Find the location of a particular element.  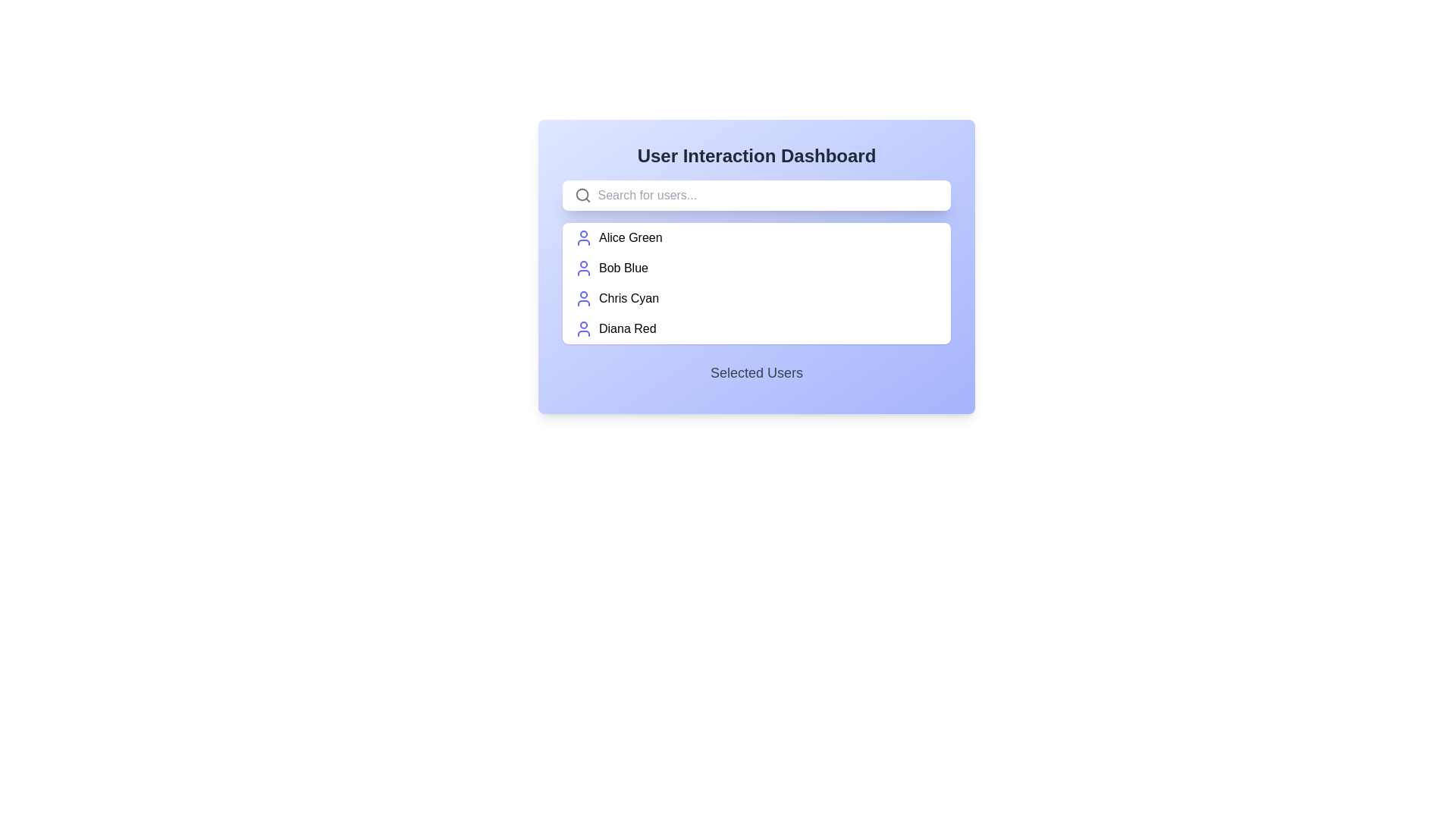

the list item labeled 'Diana Red', which is the fourth item in a vertical list of user entries is located at coordinates (757, 328).